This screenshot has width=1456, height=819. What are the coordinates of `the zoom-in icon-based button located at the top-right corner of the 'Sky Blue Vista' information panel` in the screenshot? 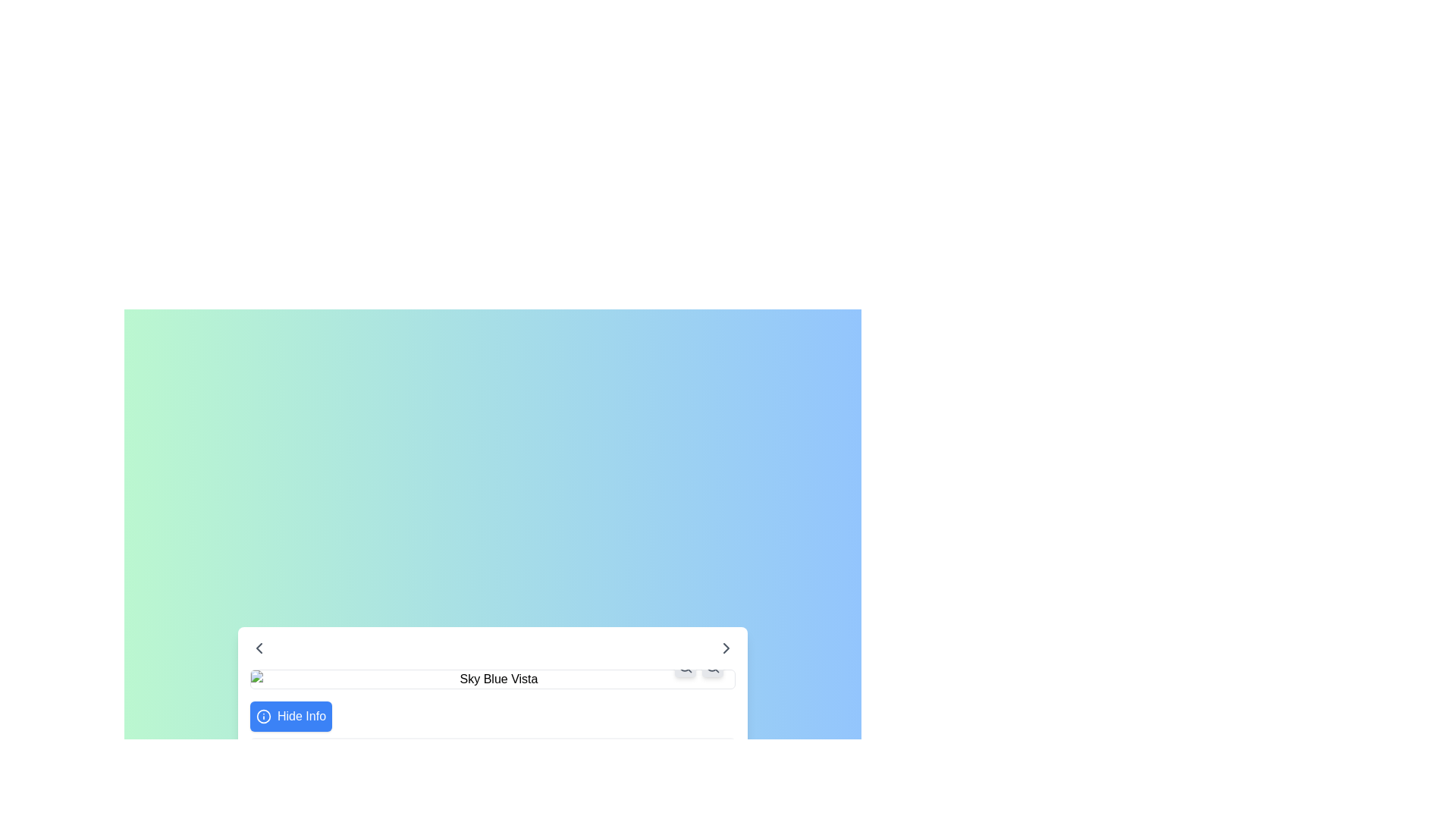 It's located at (712, 666).